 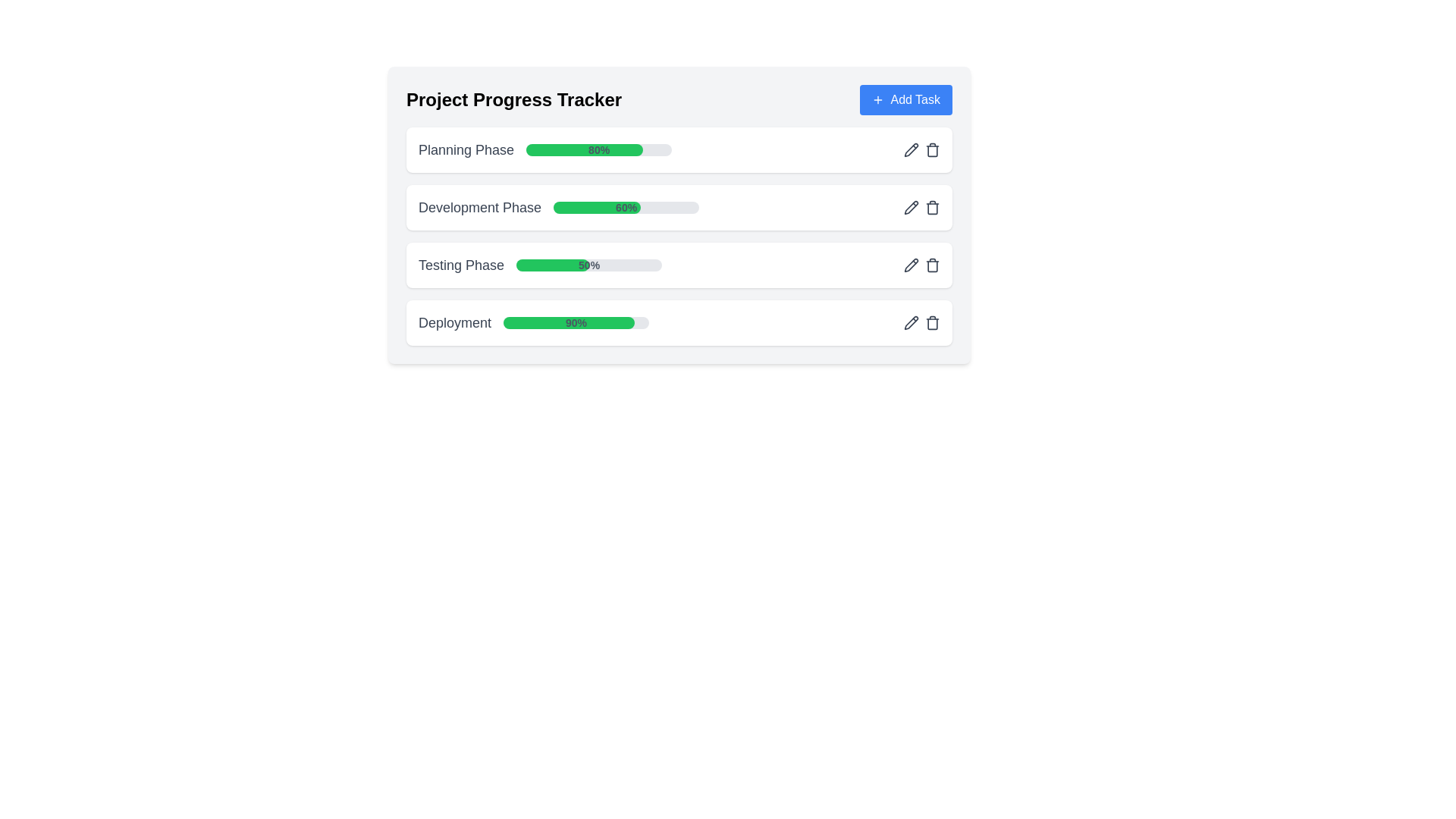 I want to click on the progress bar indicating progress for the 'Testing Phase' located in the third item of the vertical list, adjacent to the action icons, so click(x=588, y=265).